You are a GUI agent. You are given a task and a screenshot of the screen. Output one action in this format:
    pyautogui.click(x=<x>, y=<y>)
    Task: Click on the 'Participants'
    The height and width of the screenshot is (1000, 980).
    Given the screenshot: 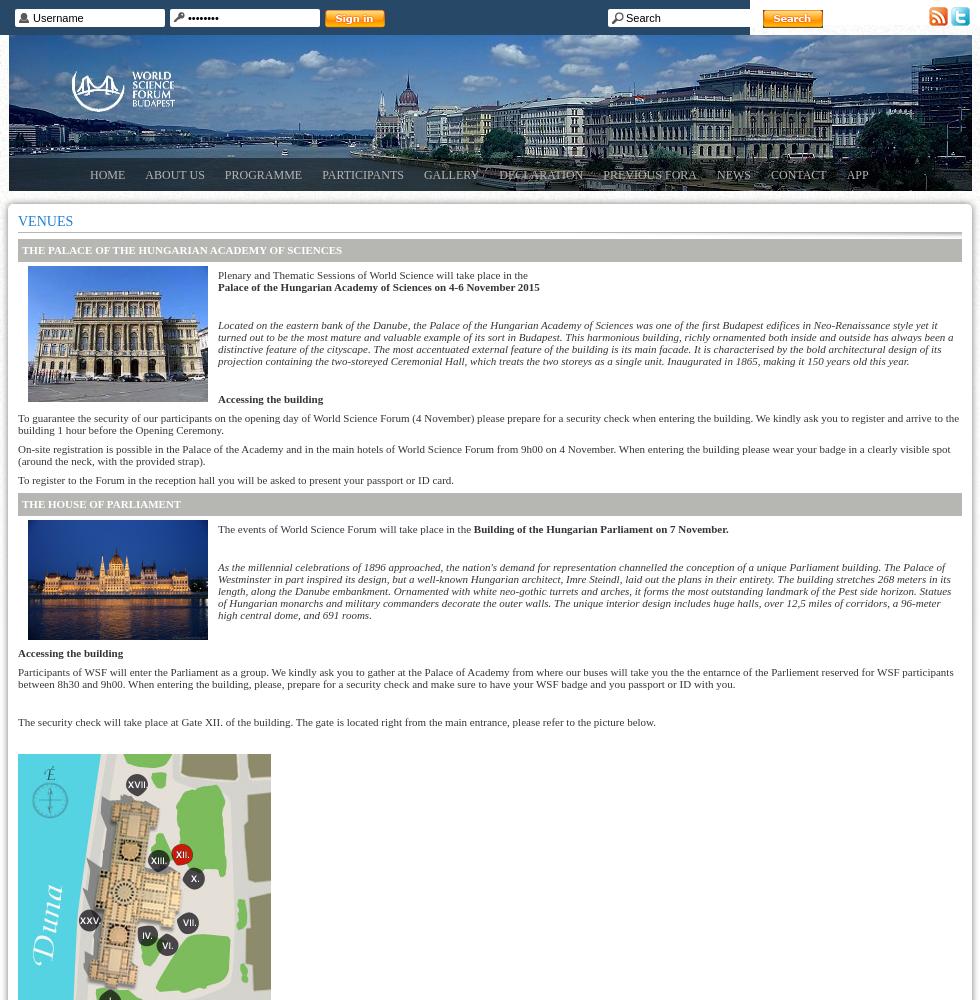 What is the action you would take?
    pyautogui.click(x=362, y=175)
    